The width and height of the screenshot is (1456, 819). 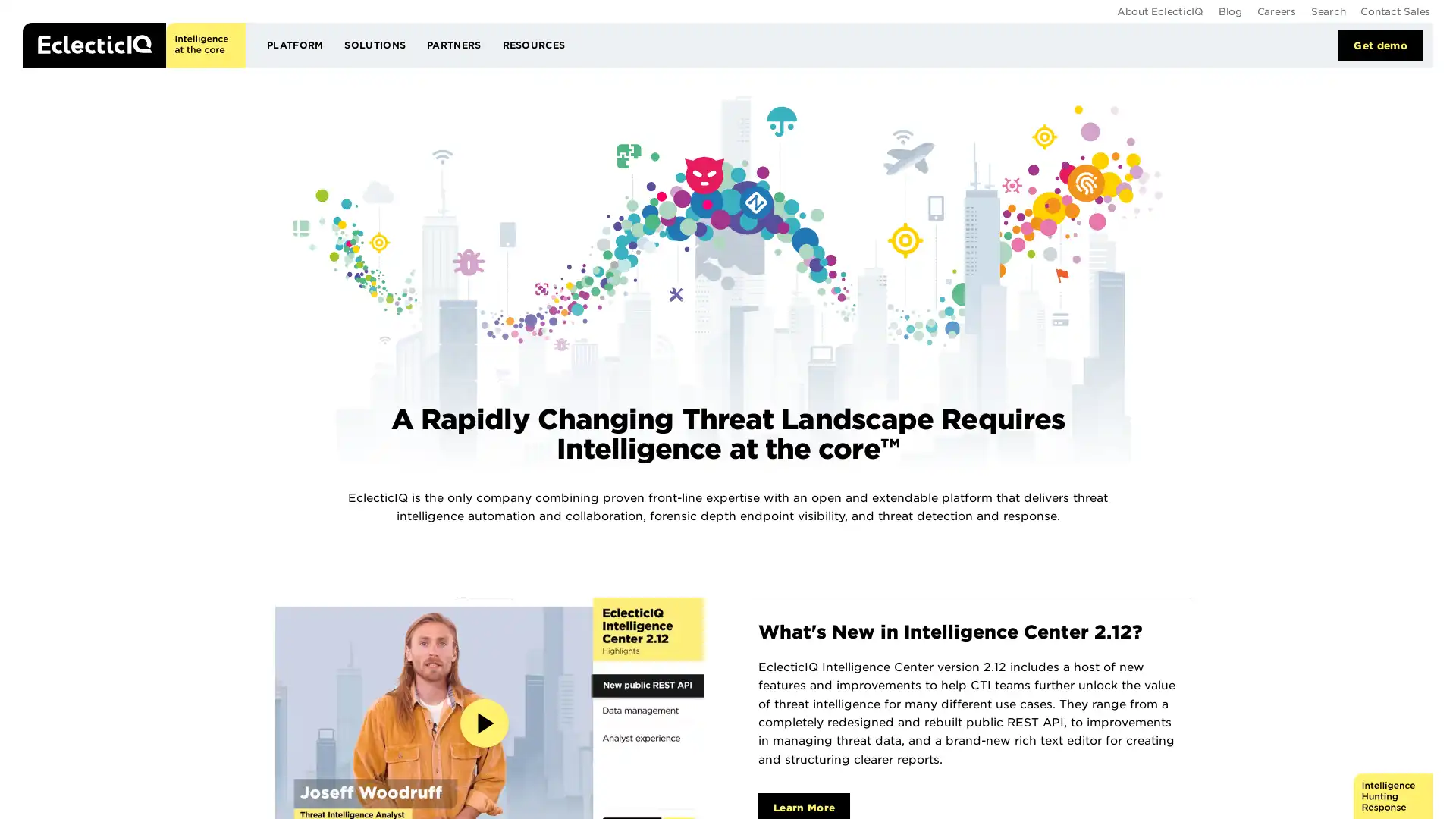 I want to click on Customize Settings, so click(x=672, y=157).